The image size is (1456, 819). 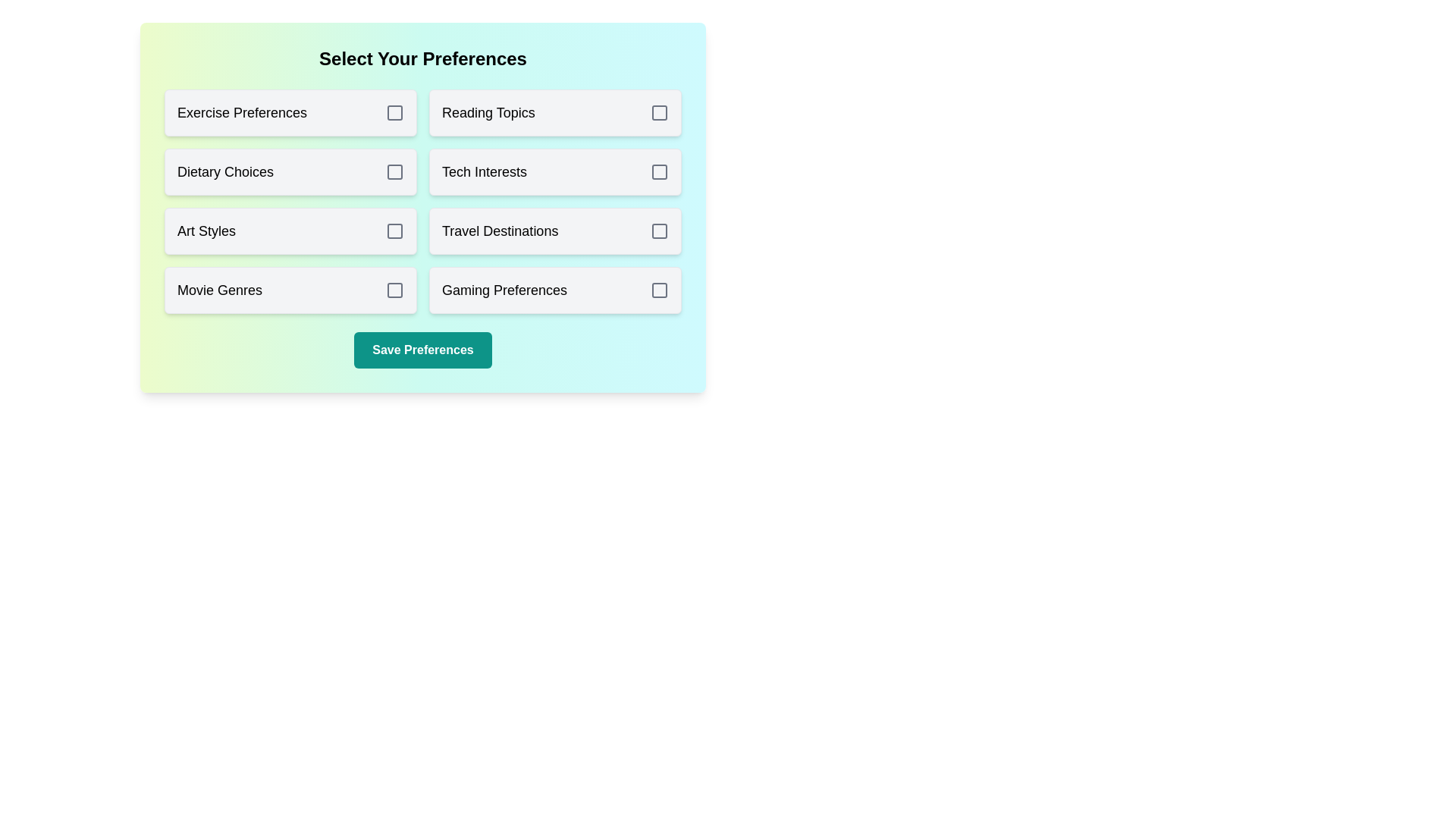 I want to click on the option Tech Interests to observe its hover effect, so click(x=554, y=171).